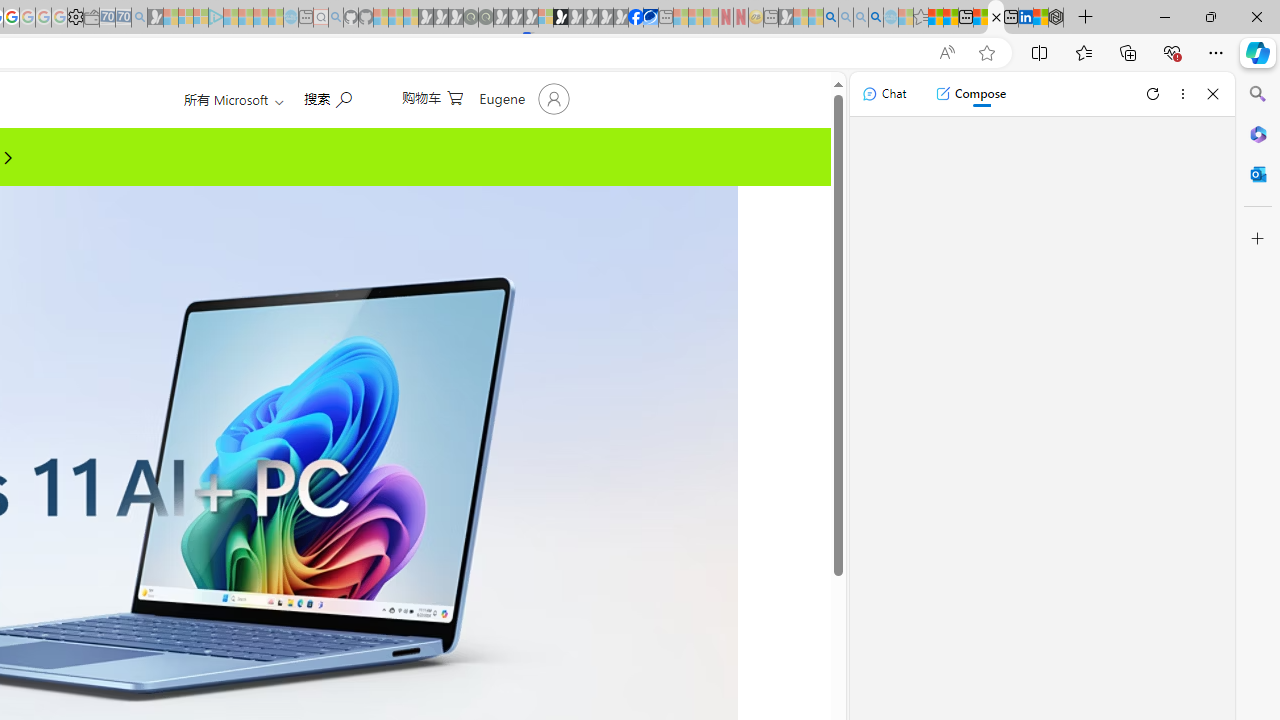 This screenshot has width=1280, height=720. Describe the element at coordinates (1025, 17) in the screenshot. I see `'LinkedIn'` at that location.